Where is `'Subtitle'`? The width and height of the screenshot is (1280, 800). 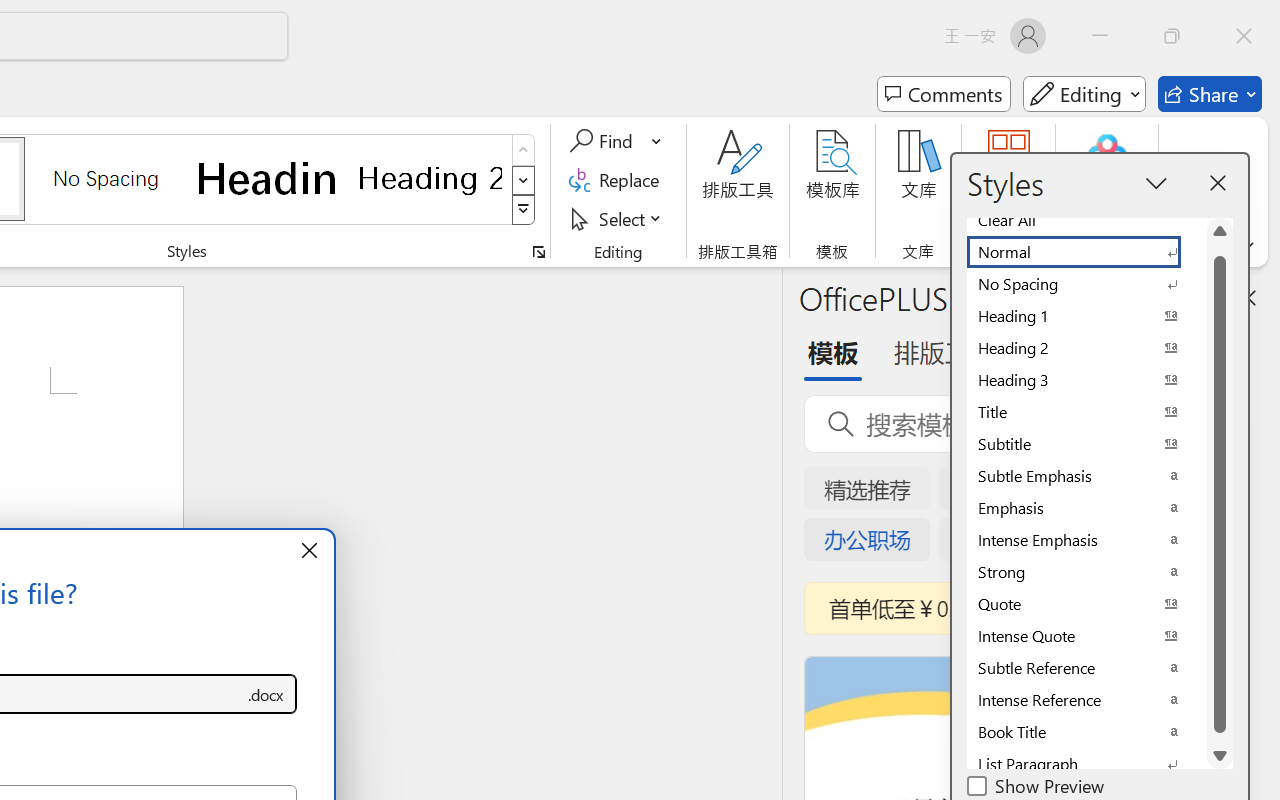
'Subtitle' is located at coordinates (1085, 443).